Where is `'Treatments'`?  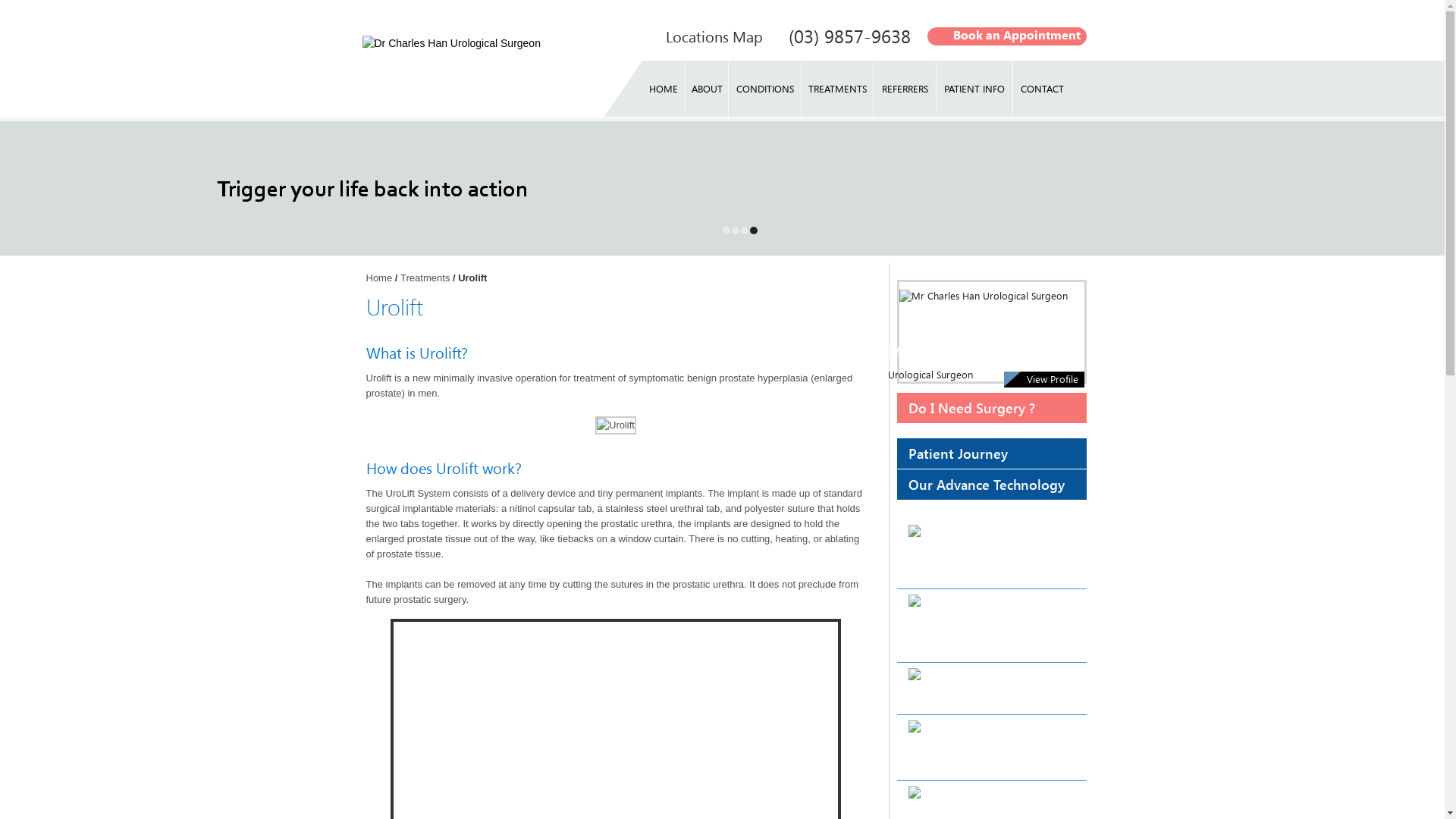 'Treatments' is located at coordinates (400, 278).